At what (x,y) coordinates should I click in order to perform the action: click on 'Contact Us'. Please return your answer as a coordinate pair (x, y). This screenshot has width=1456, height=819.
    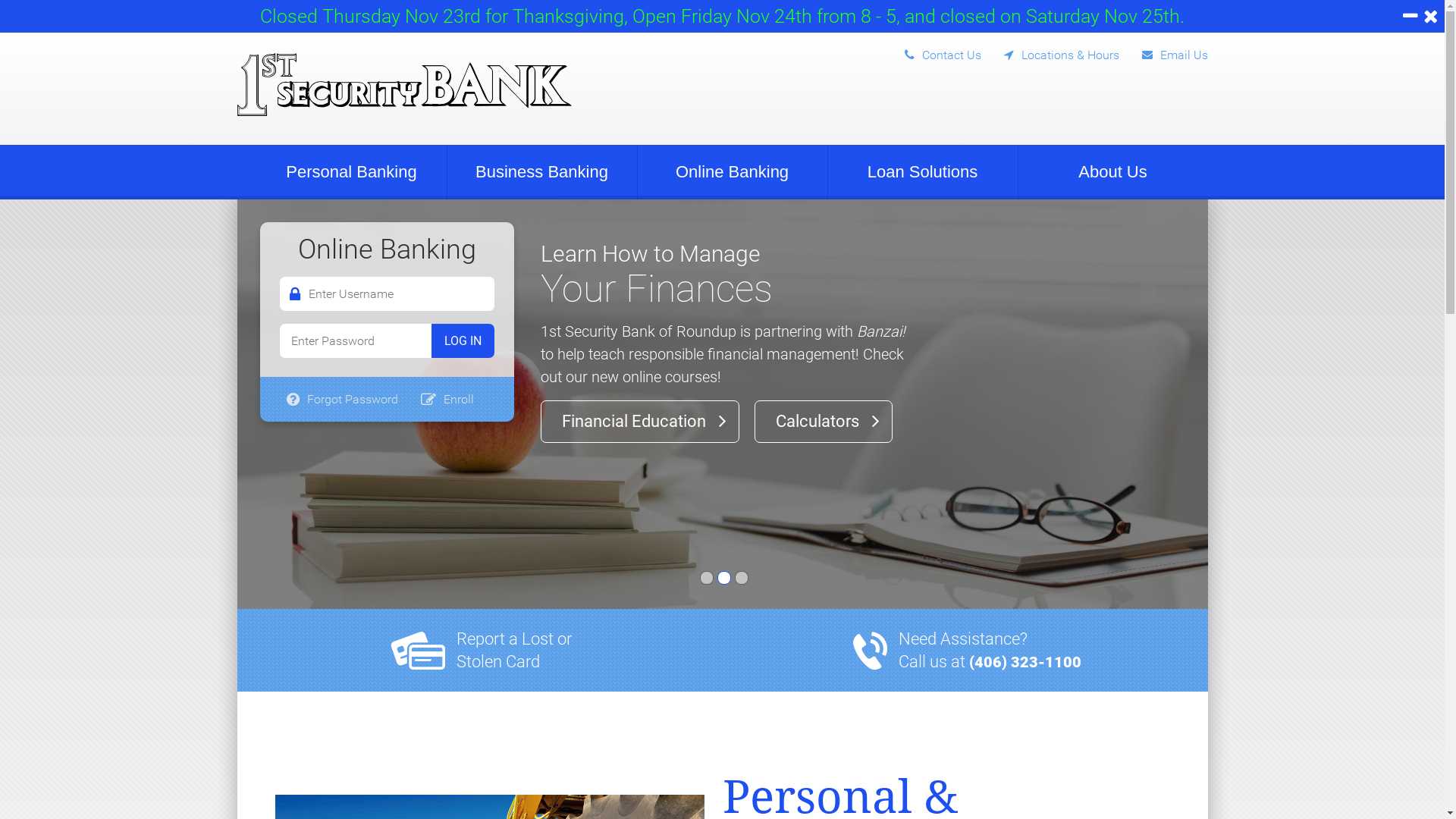
    Looking at the image, I should click on (930, 51).